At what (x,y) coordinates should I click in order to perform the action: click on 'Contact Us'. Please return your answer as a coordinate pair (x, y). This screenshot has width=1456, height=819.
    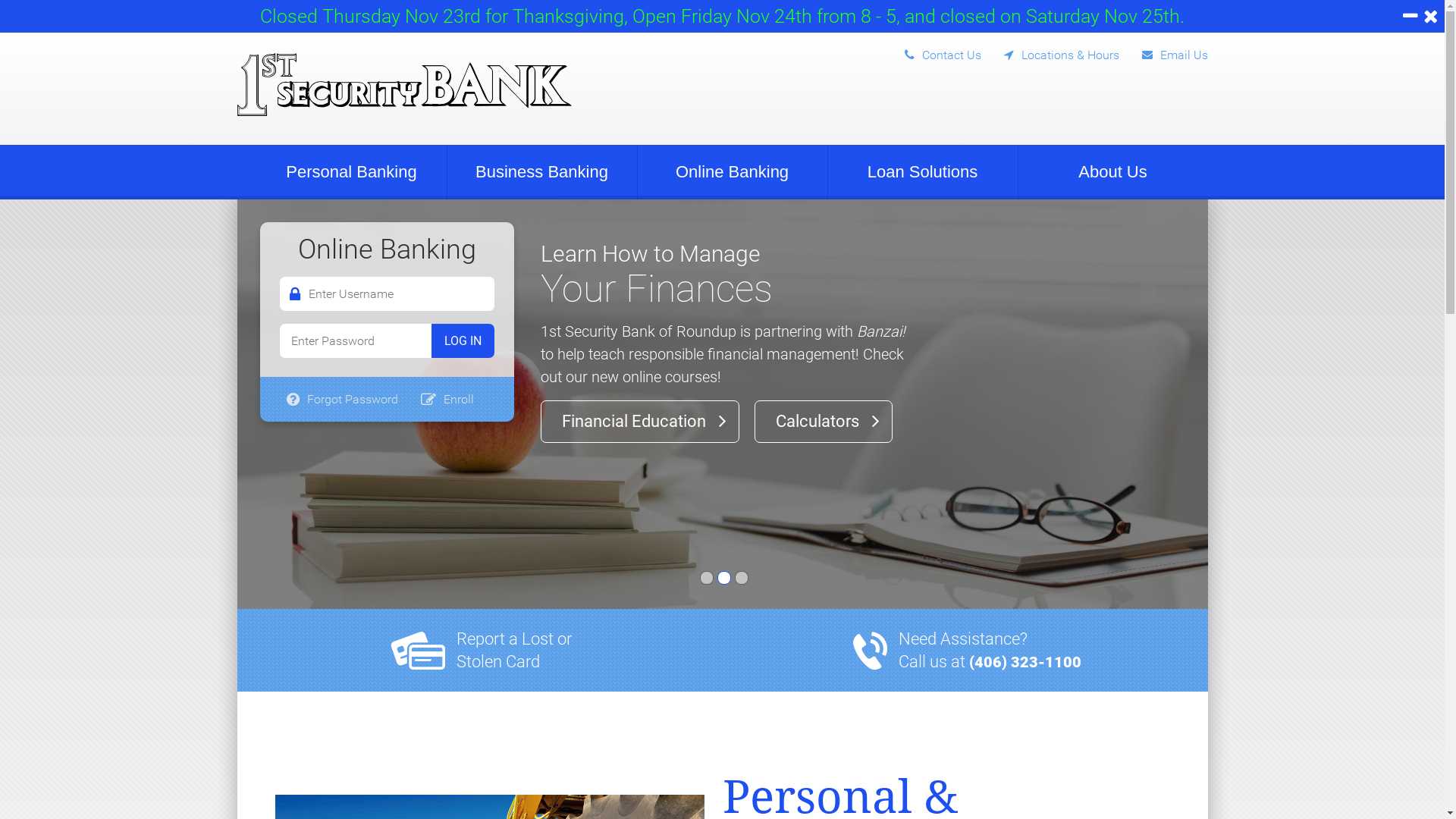
    Looking at the image, I should click on (930, 51).